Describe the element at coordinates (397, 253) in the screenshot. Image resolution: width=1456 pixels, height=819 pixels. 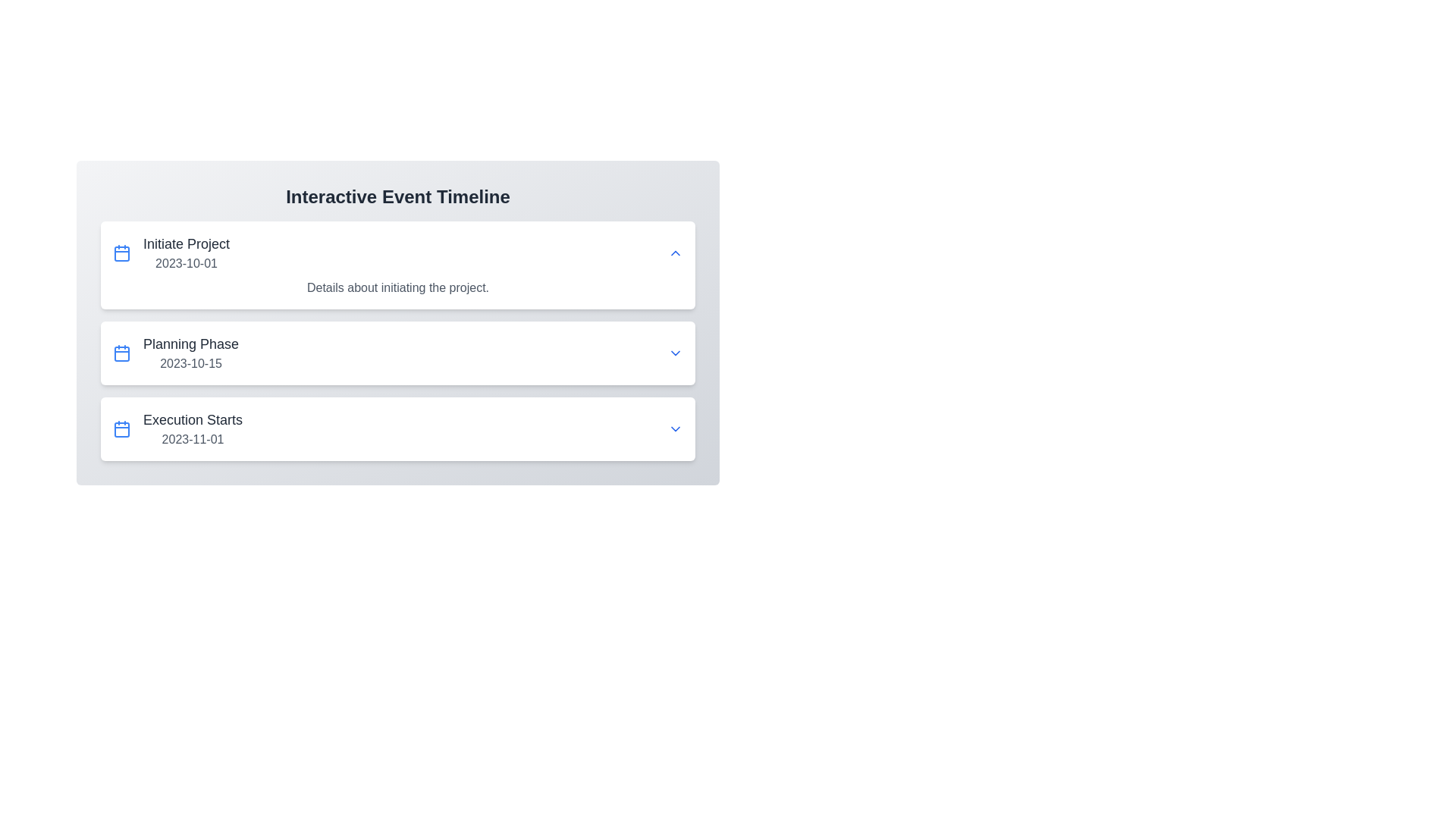
I see `the expand arrow on the first item in the interactive timeline, which displays event information for 'Initiate Project' dated '2023-10-01'` at that location.